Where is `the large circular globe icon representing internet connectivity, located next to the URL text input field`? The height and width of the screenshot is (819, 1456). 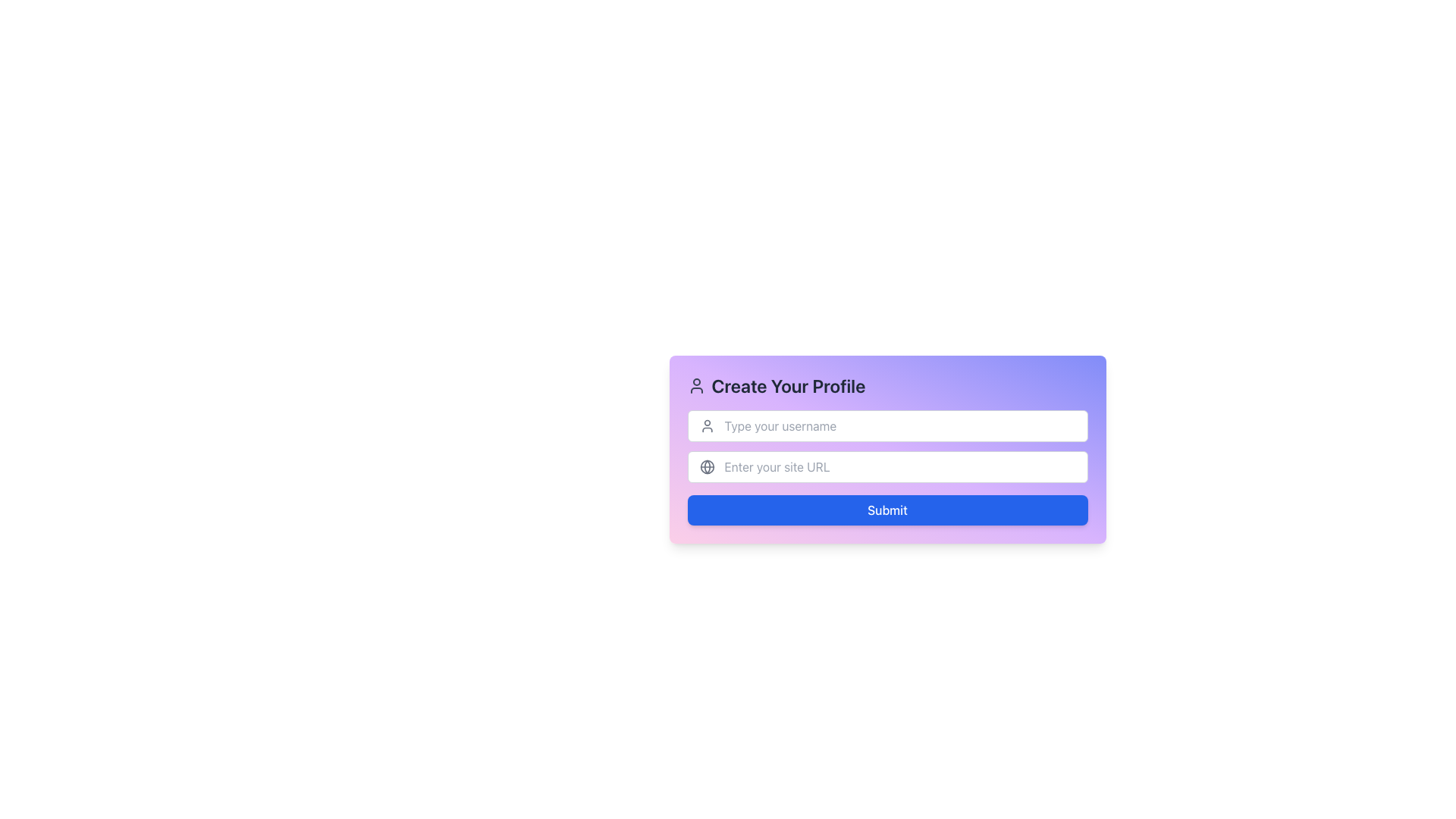 the large circular globe icon representing internet connectivity, located next to the URL text input field is located at coordinates (706, 466).